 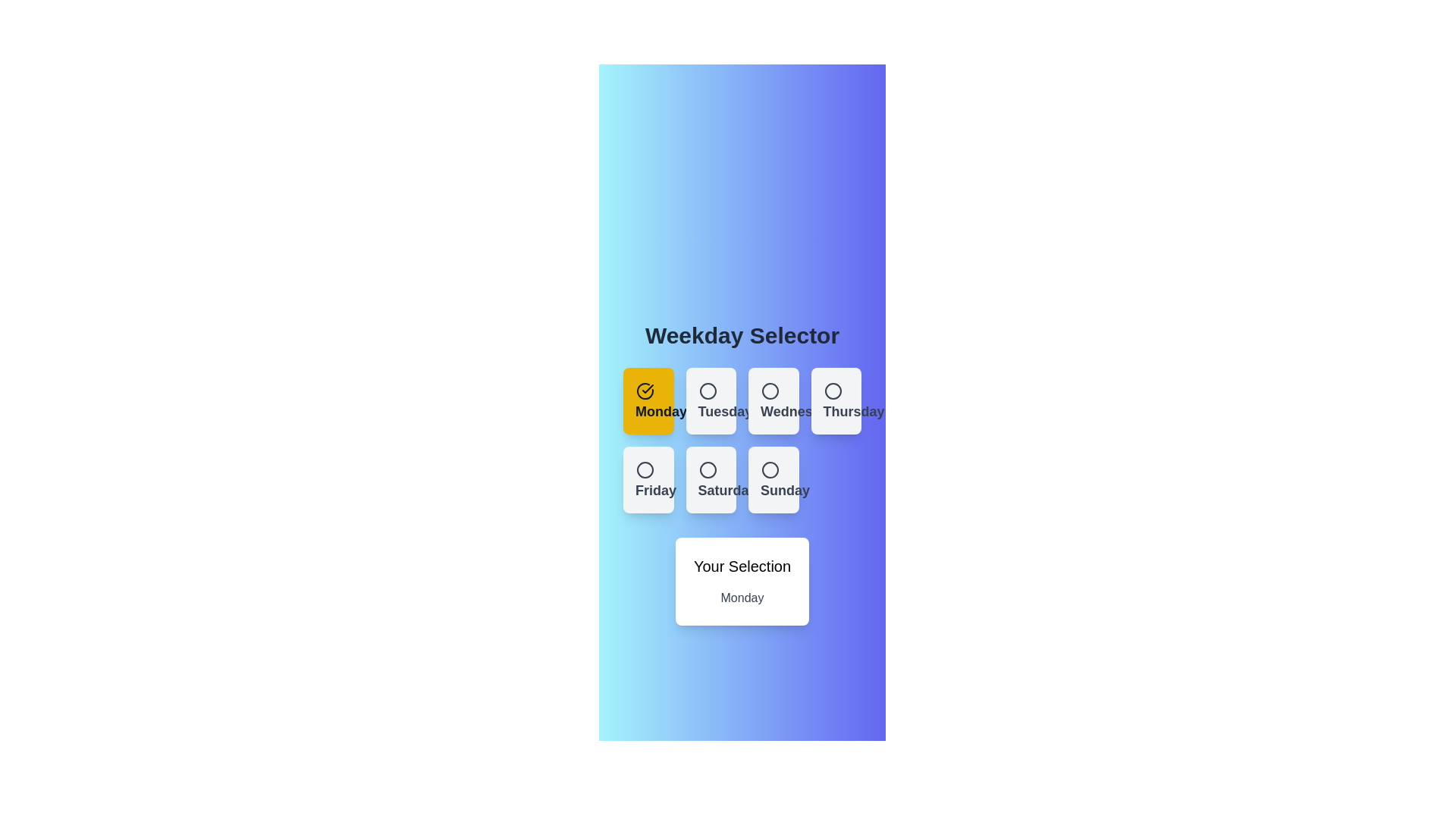 What do you see at coordinates (835, 400) in the screenshot?
I see `the button corresponding to Thursday` at bounding box center [835, 400].